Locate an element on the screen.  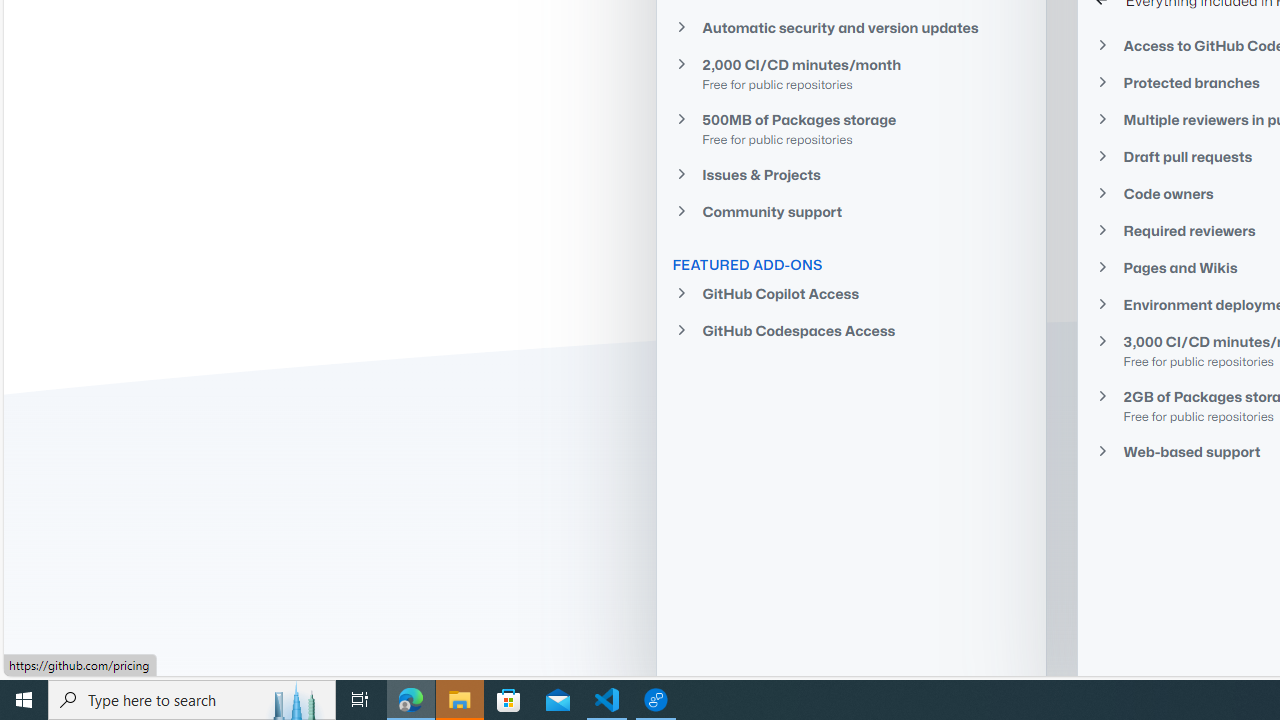
'GitHub Copilot Access' is located at coordinates (851, 294).